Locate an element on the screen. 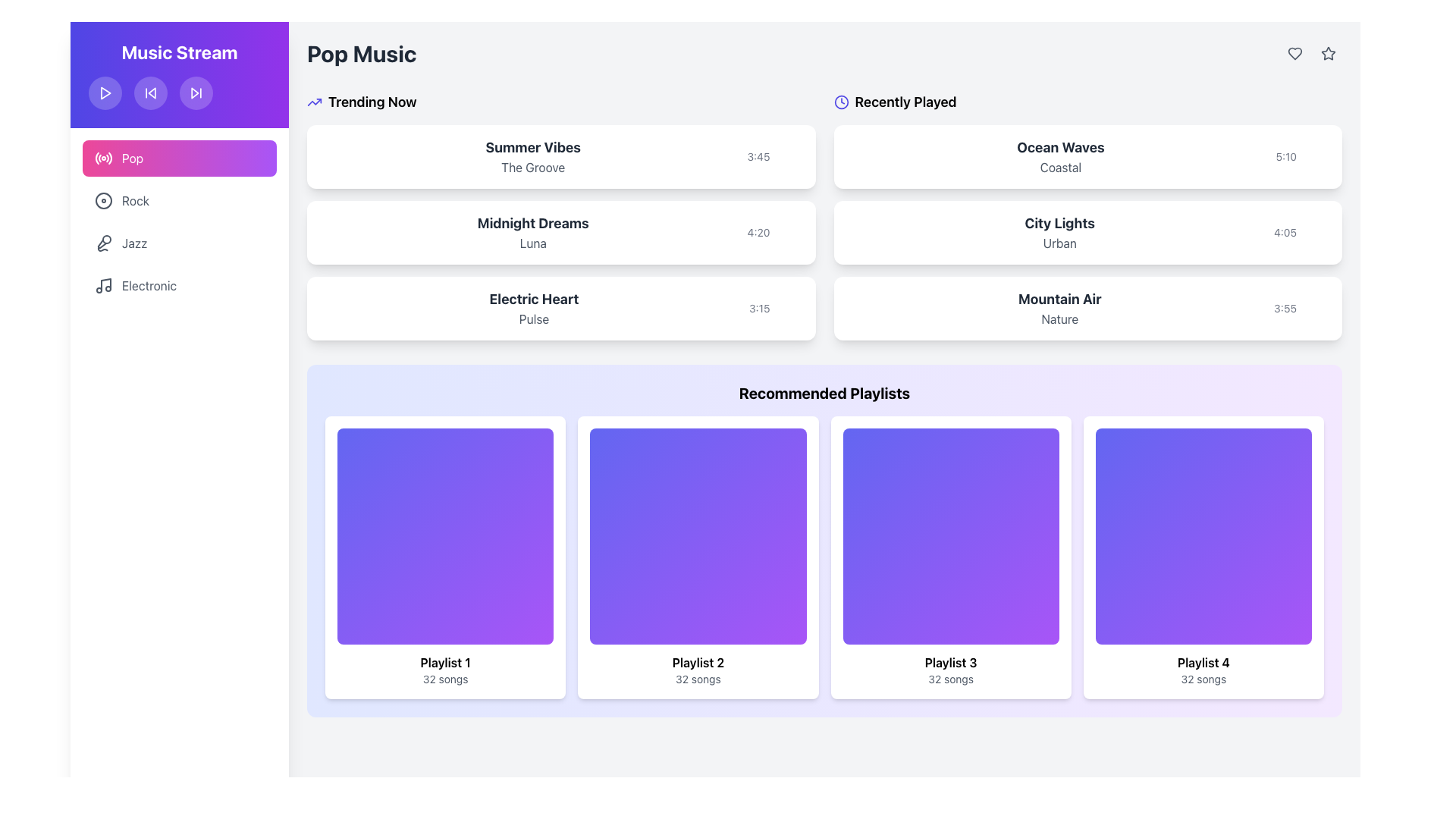 Image resolution: width=1456 pixels, height=819 pixels. properties of the Circular SVG element that is part of the clock icon located at the top-right section, next to the 'Recently Played' header is located at coordinates (840, 102).